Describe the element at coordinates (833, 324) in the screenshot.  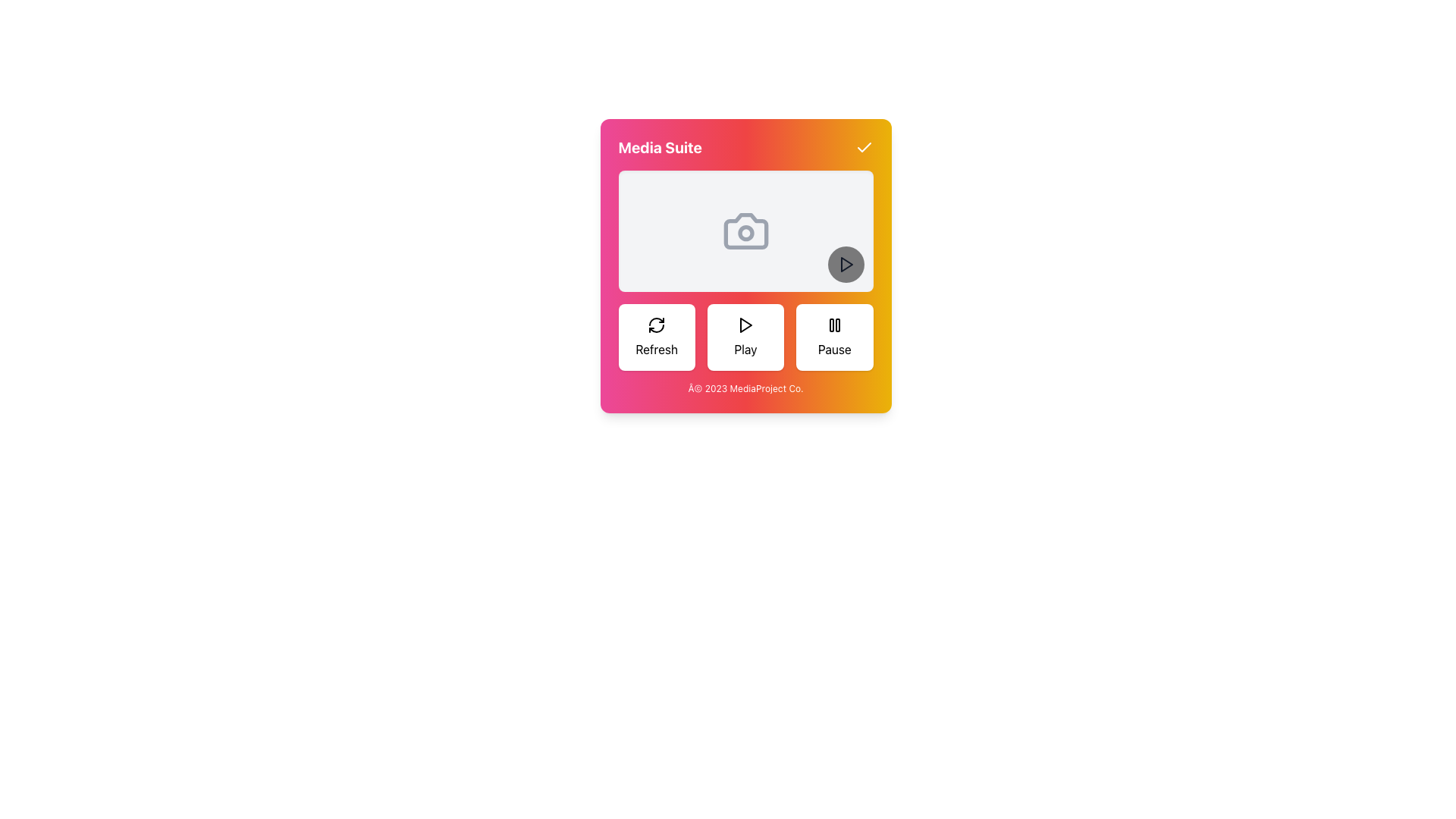
I see `the pause button icon located in the bottom right quadrant of the 'Media Suite' card` at that location.